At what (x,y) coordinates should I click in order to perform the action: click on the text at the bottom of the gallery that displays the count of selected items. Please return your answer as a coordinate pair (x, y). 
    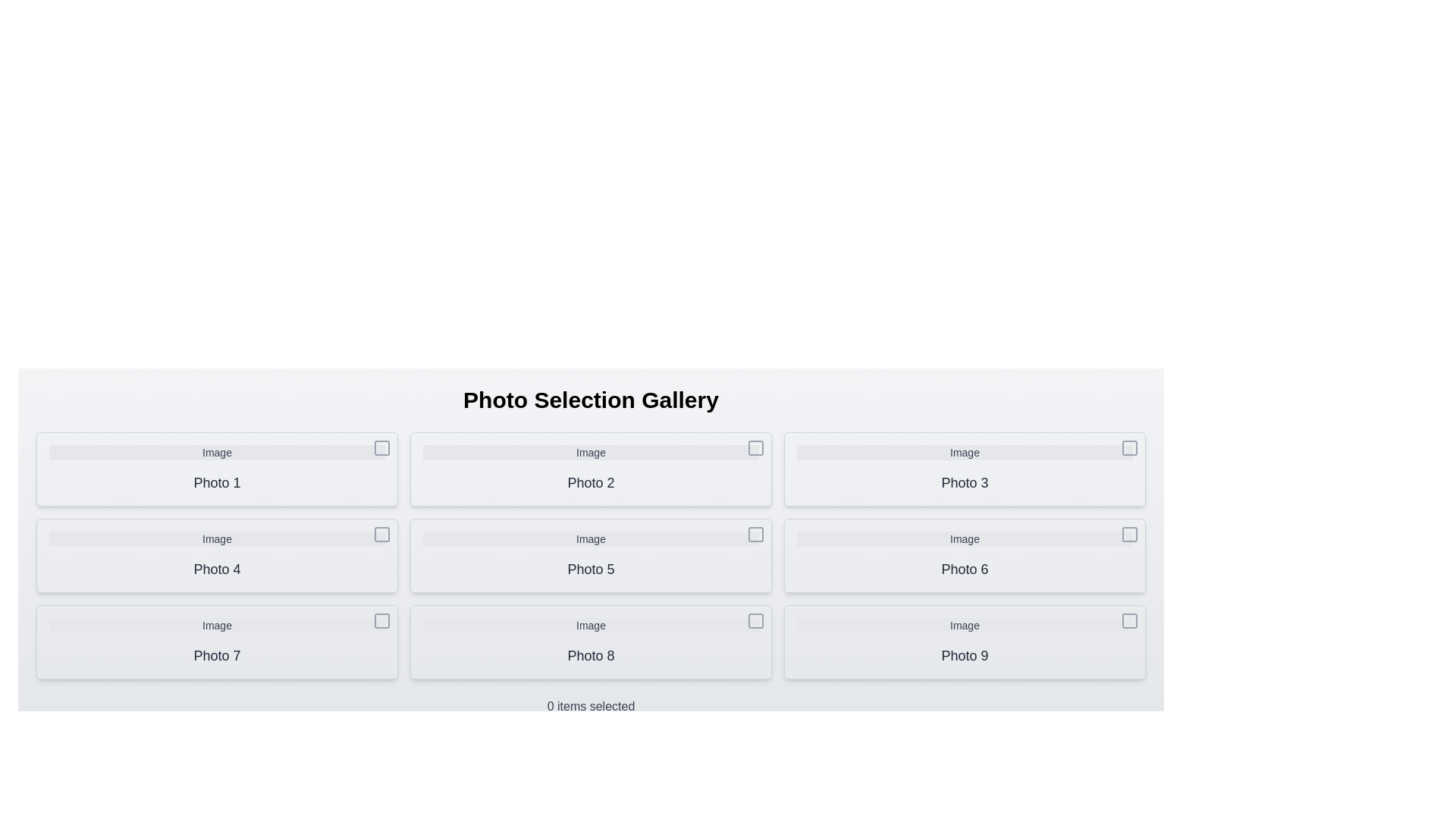
    Looking at the image, I should click on (590, 707).